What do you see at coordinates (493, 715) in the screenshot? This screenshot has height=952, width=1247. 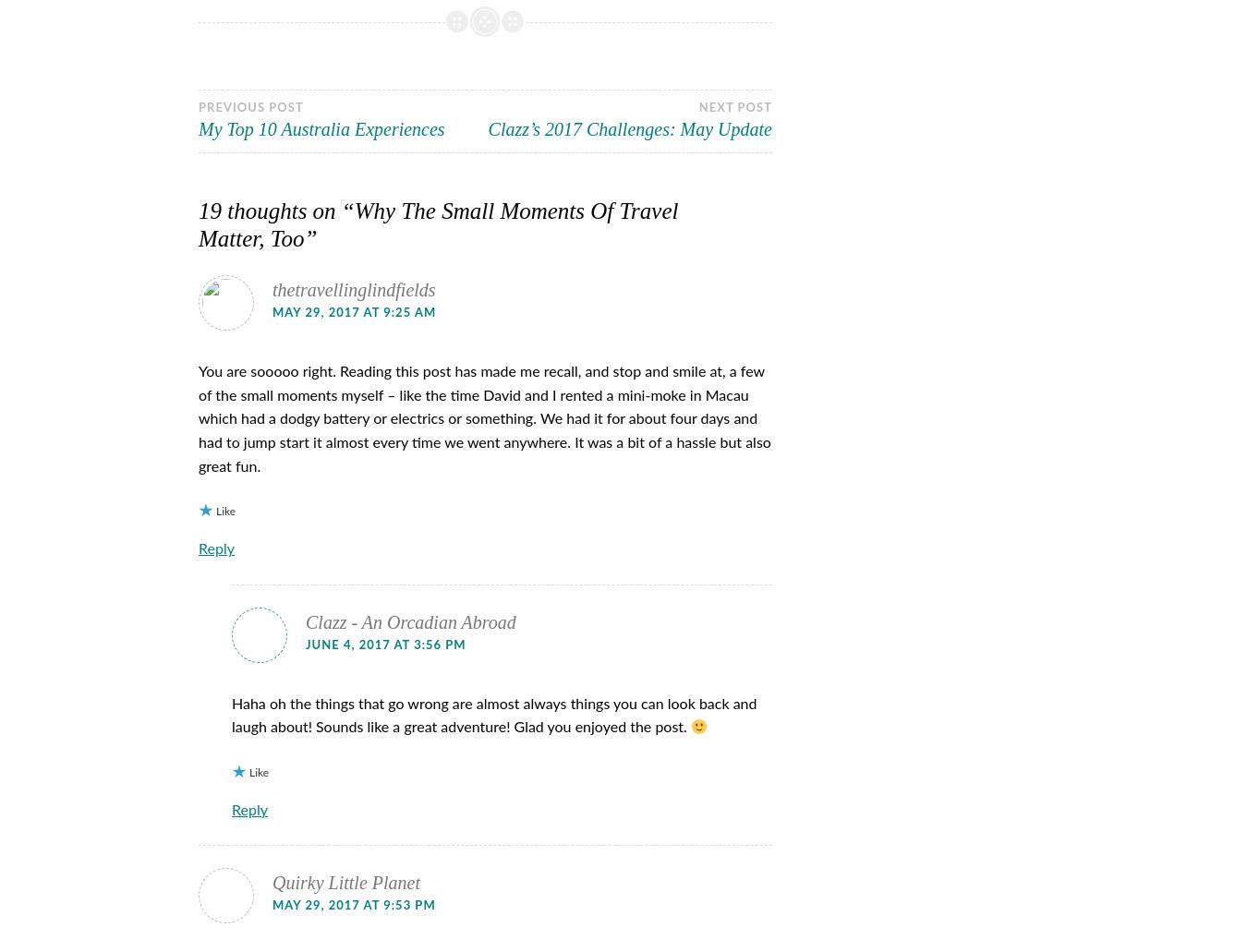 I see `'Haha oh the things that go wrong are almost always things you can look back and laugh about! Sounds like a great adventure! Glad you enjoyed the post.'` at bounding box center [493, 715].